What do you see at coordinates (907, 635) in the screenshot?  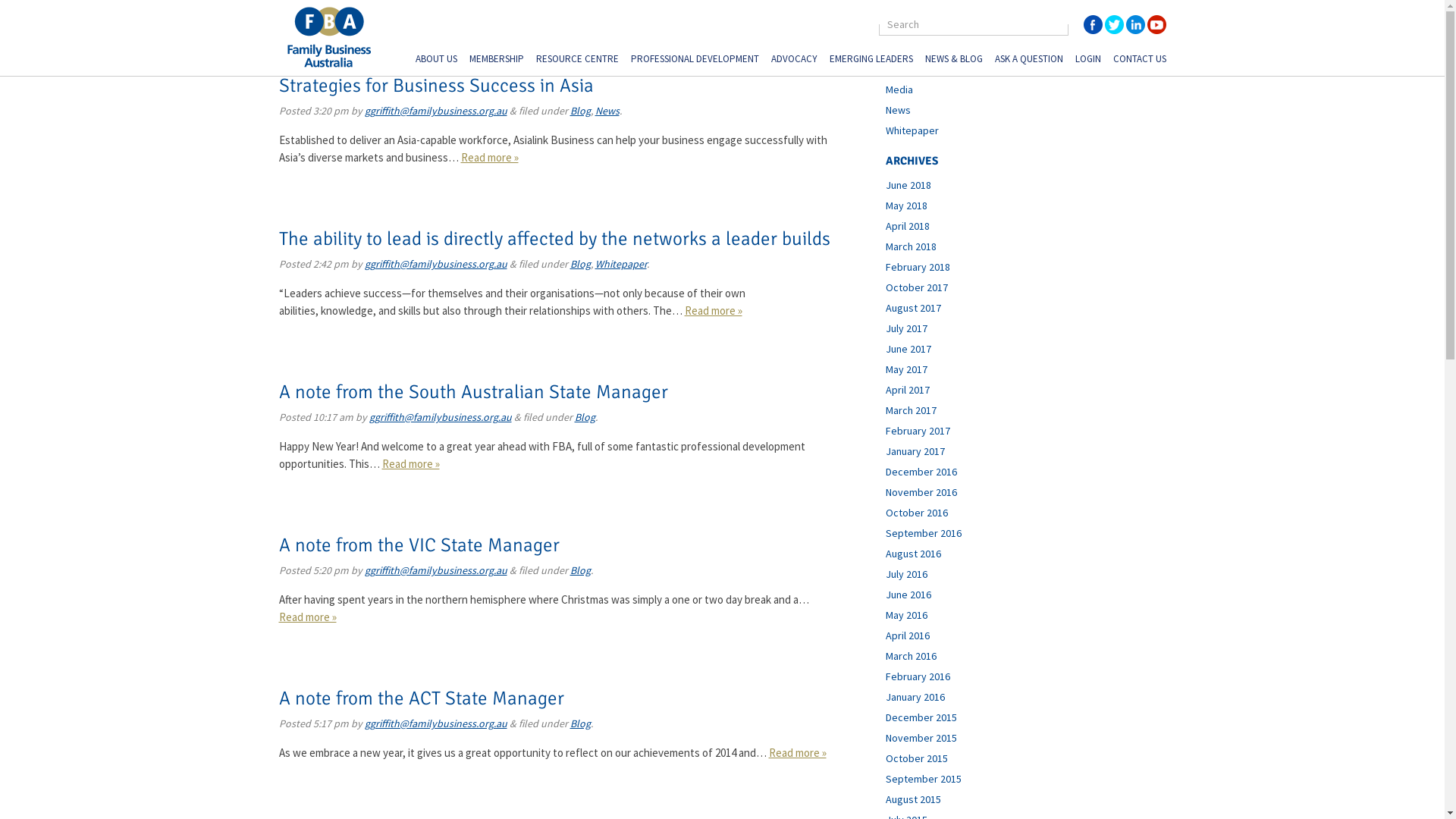 I see `'April 2016'` at bounding box center [907, 635].